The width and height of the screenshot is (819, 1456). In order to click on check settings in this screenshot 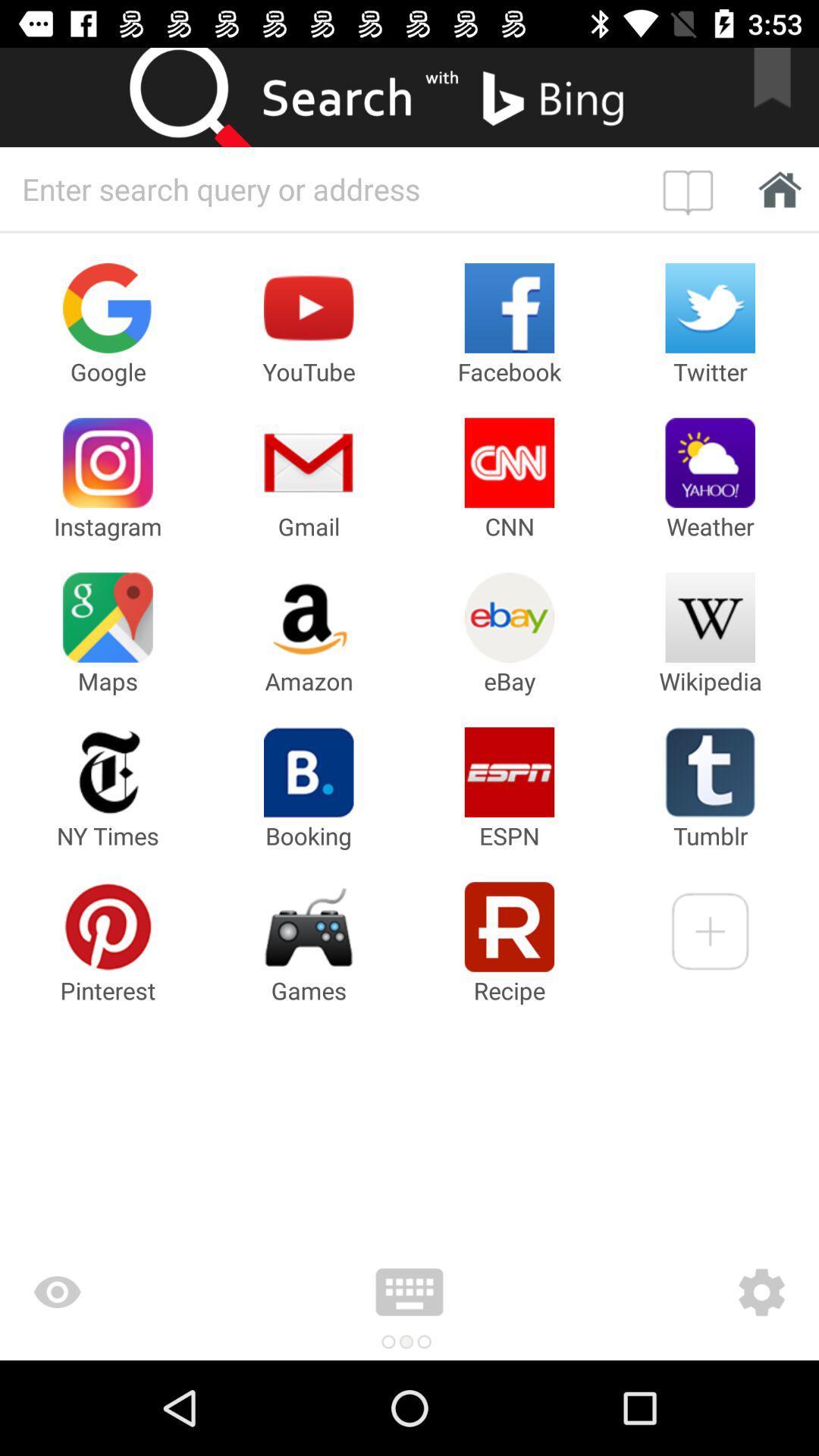, I will do `click(671, 1291)`.